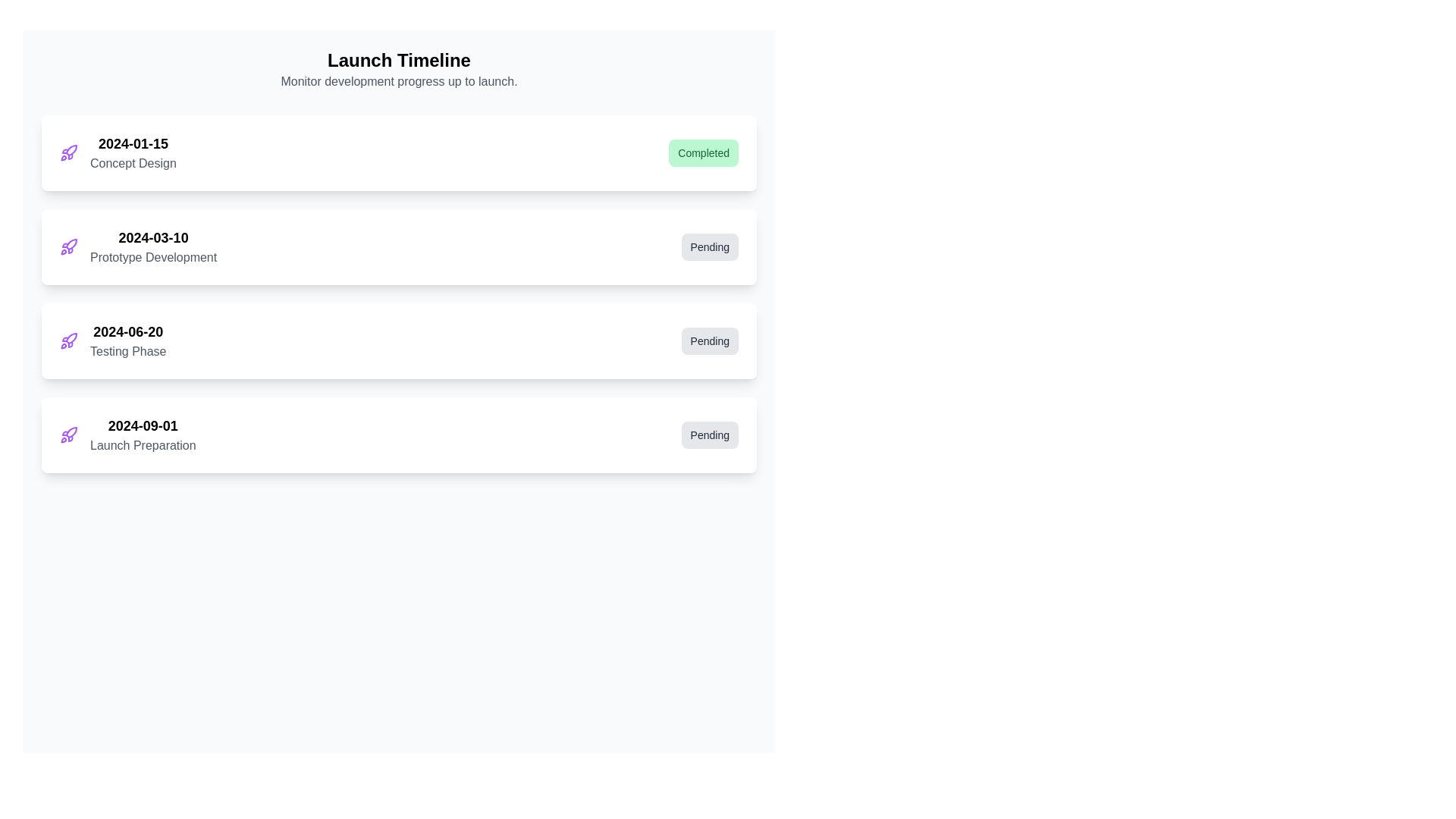  What do you see at coordinates (153, 237) in the screenshot?
I see `displayed date from the Text Label located at the top-left corner of the 'Prototype Development' card in the timeline` at bounding box center [153, 237].